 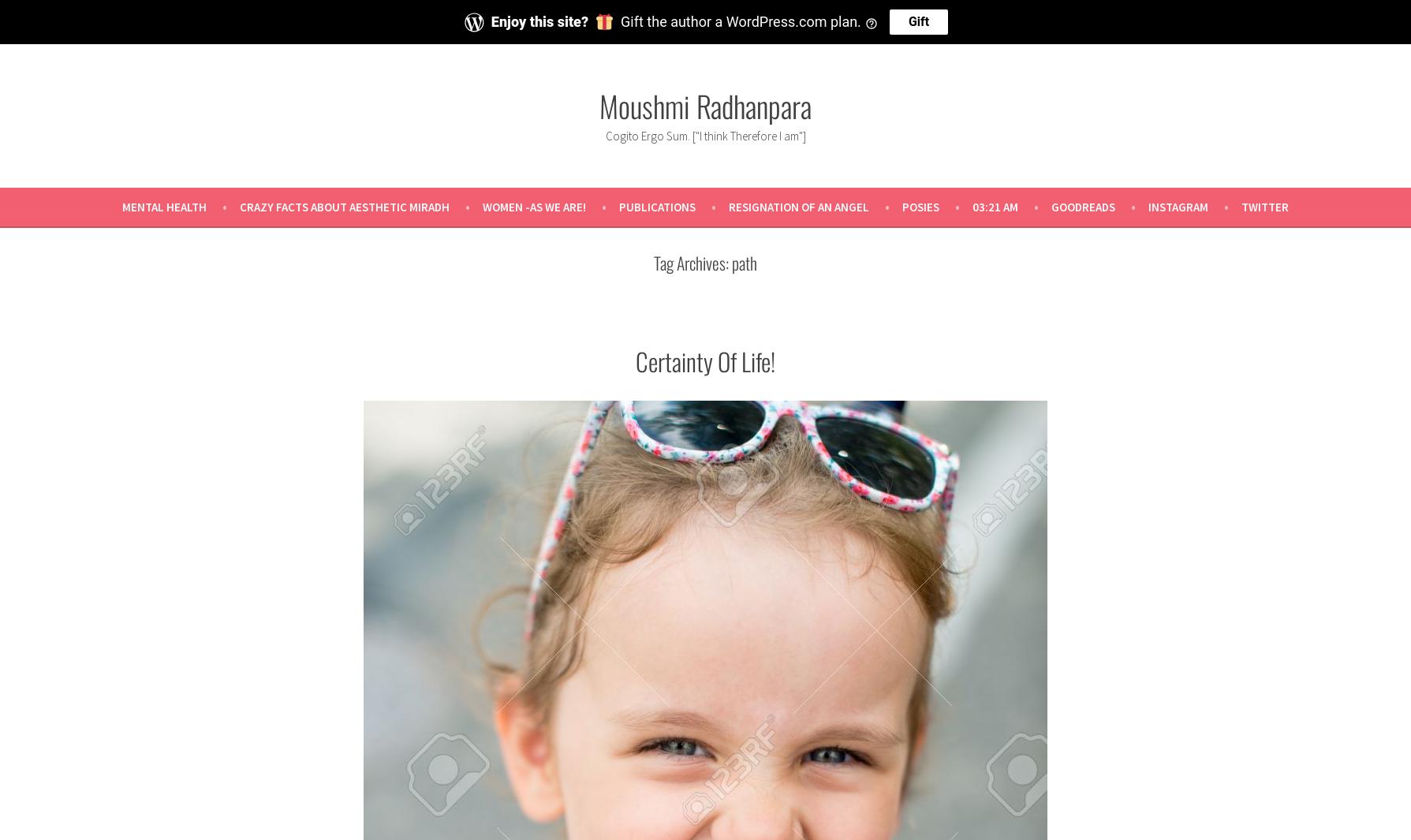 I want to click on 'Gift', so click(x=917, y=20).